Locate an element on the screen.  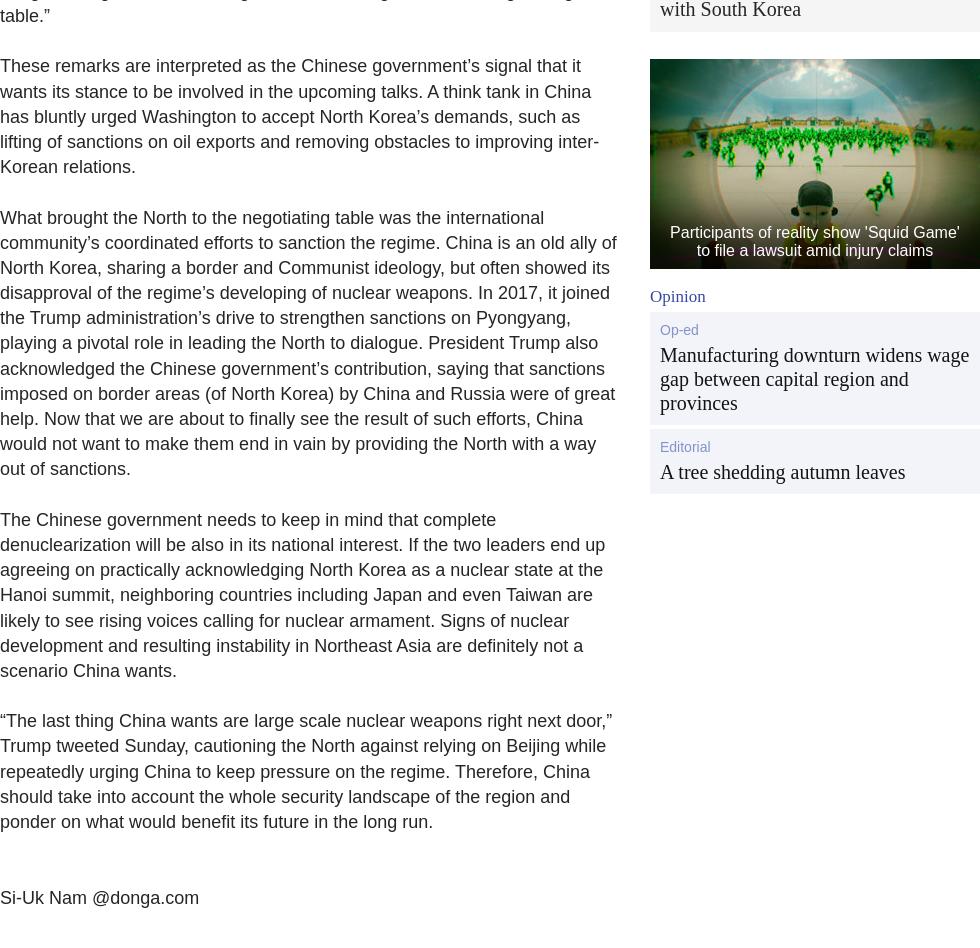
'Op-ed' is located at coordinates (679, 328).